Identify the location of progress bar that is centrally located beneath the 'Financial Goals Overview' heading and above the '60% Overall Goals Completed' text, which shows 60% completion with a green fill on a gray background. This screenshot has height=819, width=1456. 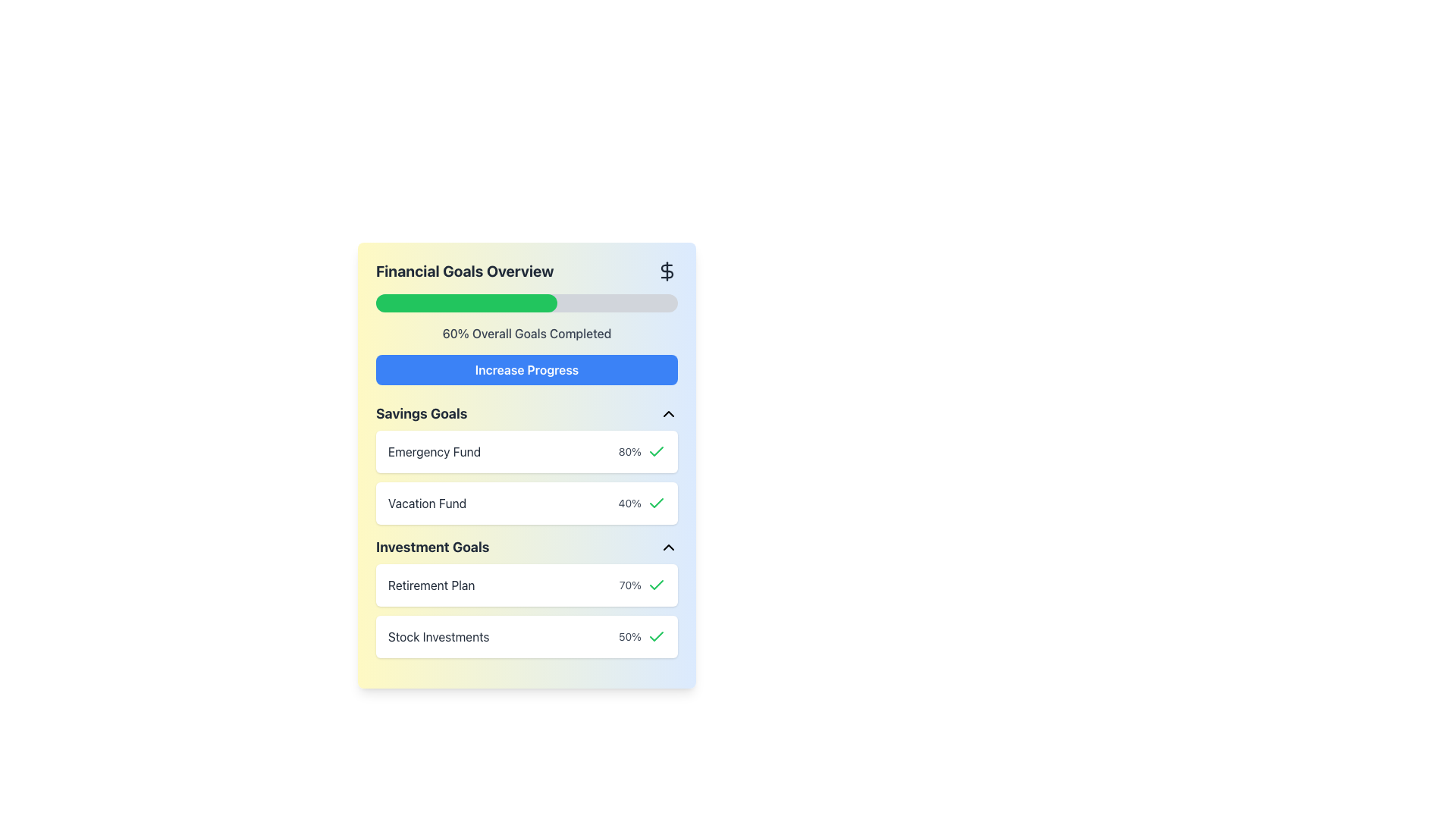
(527, 303).